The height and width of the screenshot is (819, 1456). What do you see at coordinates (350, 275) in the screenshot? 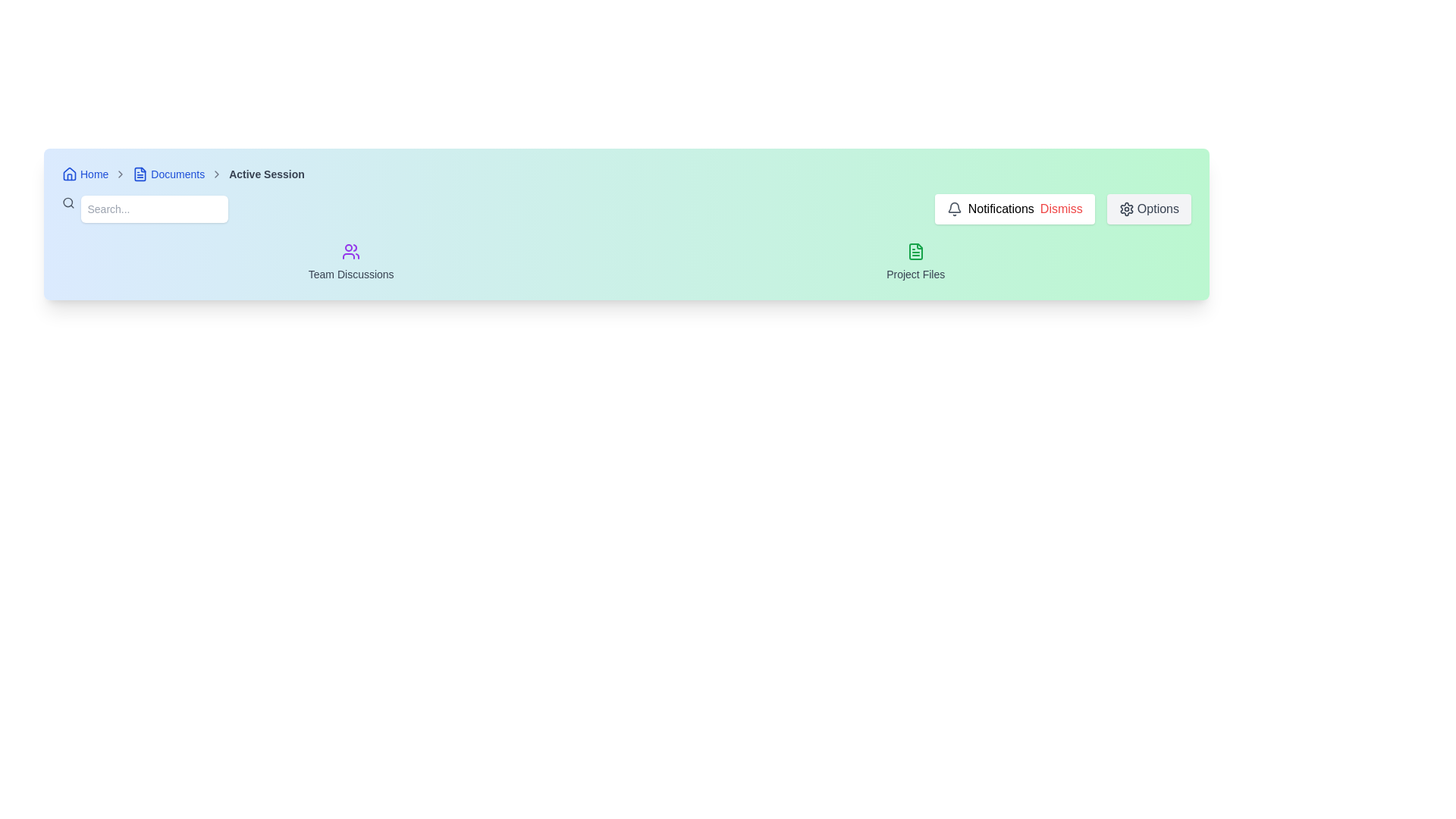
I see `the text label that indicates the purpose of the section related to team discussions, which is the second element in a vertically aligned group beneath the icon depicting multiple users` at bounding box center [350, 275].